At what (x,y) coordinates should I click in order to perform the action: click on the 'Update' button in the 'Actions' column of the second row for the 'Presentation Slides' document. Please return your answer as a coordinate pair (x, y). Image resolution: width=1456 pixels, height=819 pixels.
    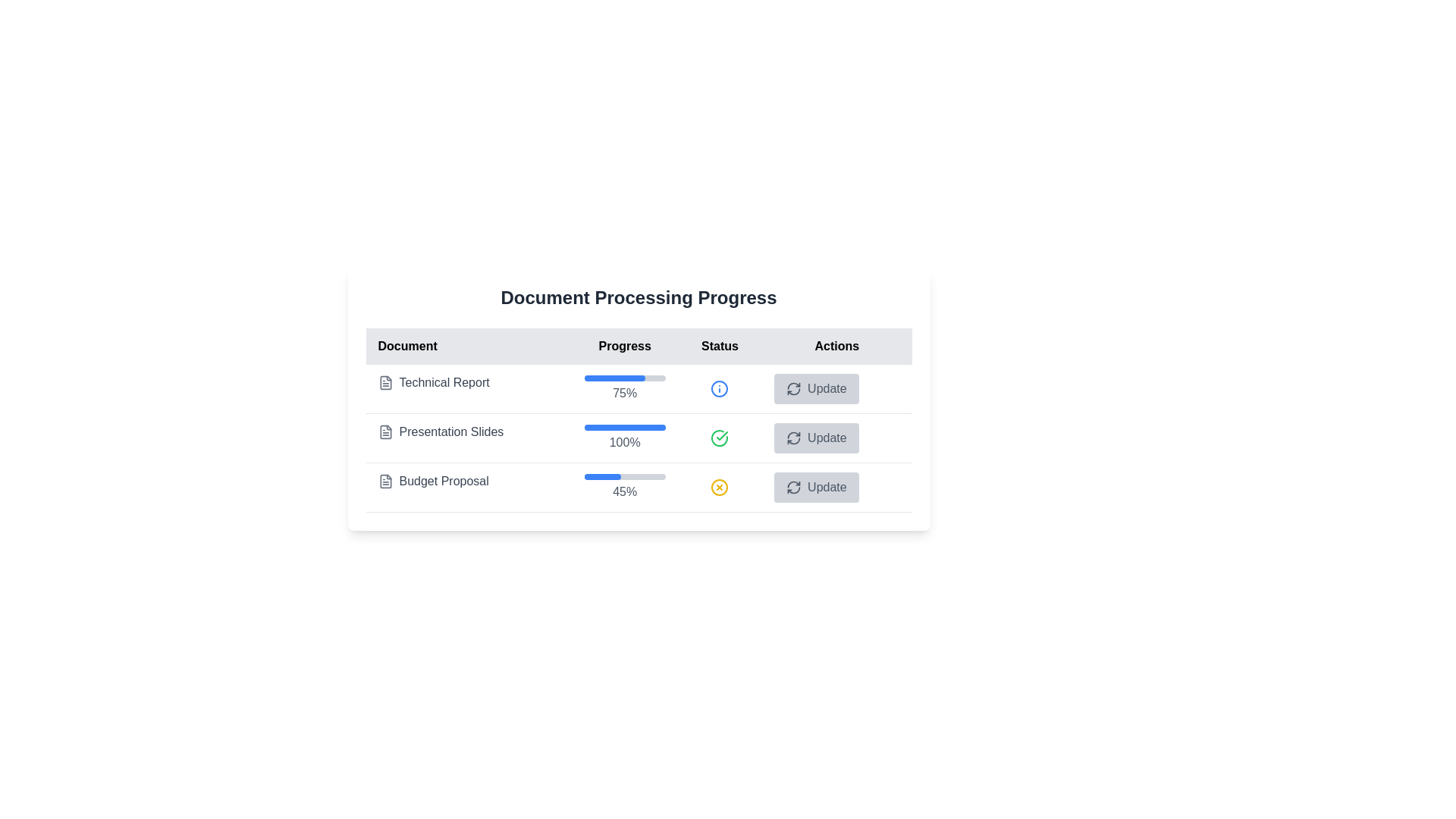
    Looking at the image, I should click on (815, 438).